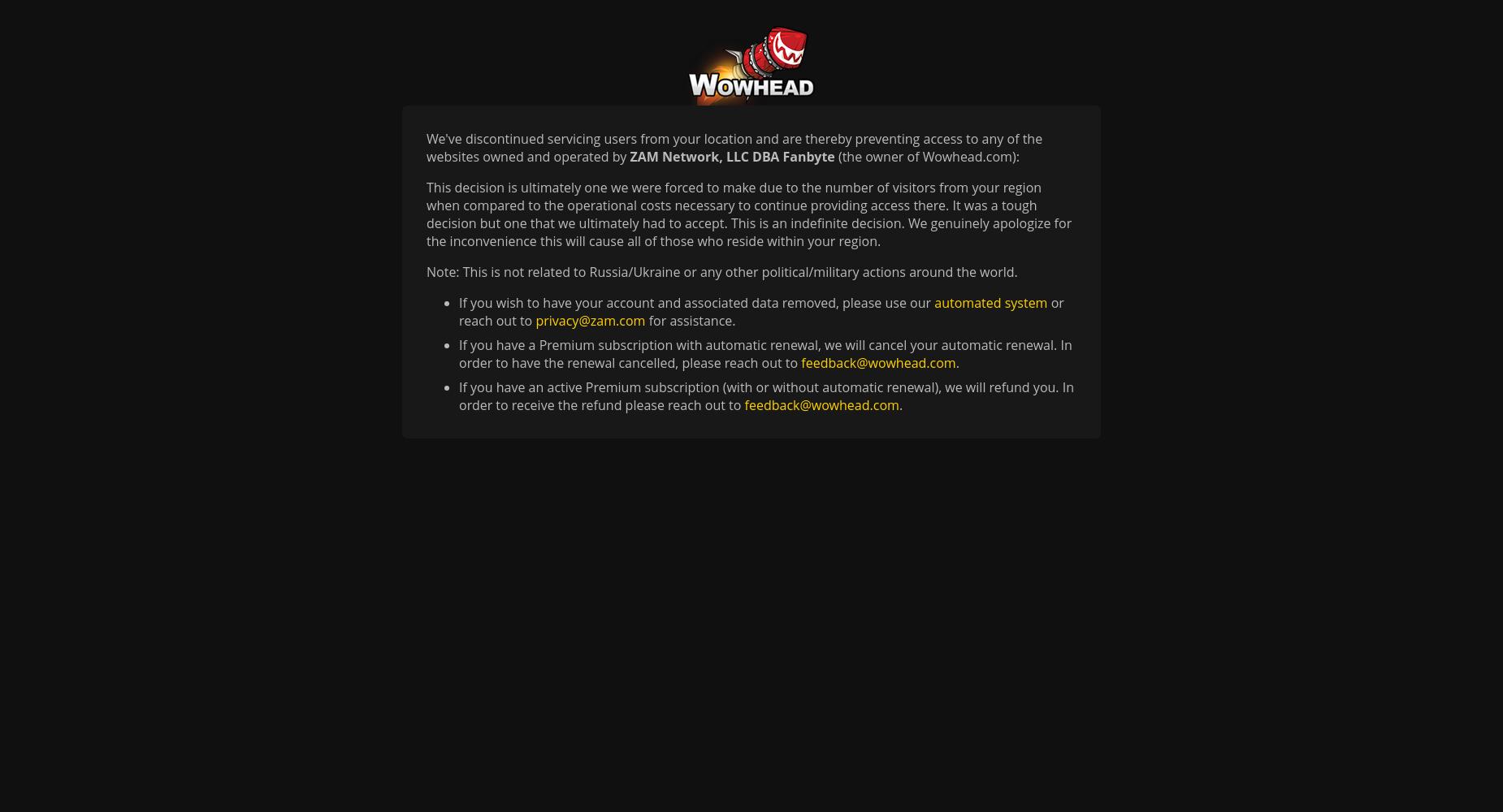 Image resolution: width=1503 pixels, height=812 pixels. What do you see at coordinates (427, 214) in the screenshot?
I see `'This decision is ultimately one we were forced to make due to the number of visitors from your region when compared to the operational costs necessary to continue providing access there. It was a tough decision but one that we ultimately had to accept. This is an indefinite decision. We genuinely apologize for the inconvenience this will cause all of those who reside within your region.'` at bounding box center [427, 214].